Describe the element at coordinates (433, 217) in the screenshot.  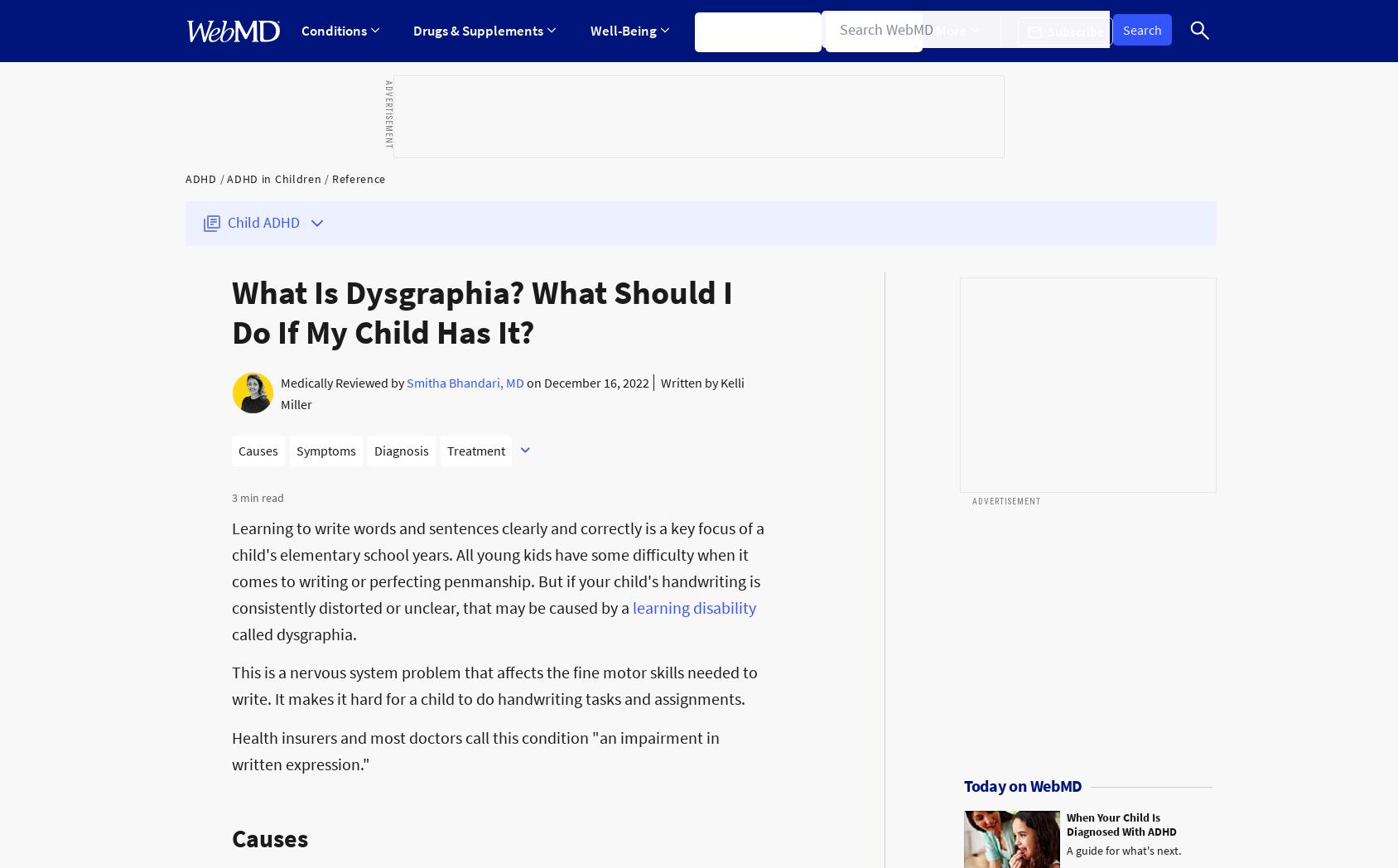
I see `'Interaction Checker'` at that location.